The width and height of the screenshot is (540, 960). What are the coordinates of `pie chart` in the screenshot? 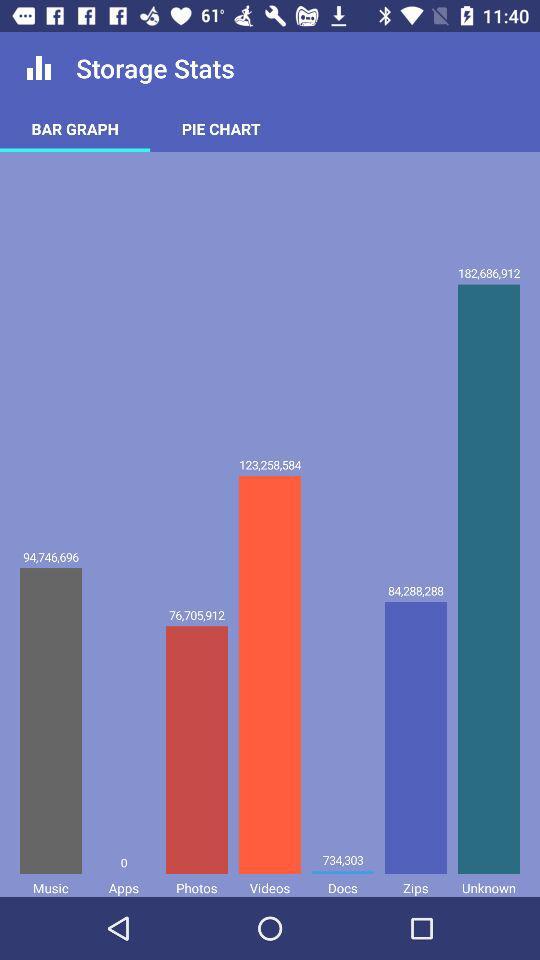 It's located at (220, 127).